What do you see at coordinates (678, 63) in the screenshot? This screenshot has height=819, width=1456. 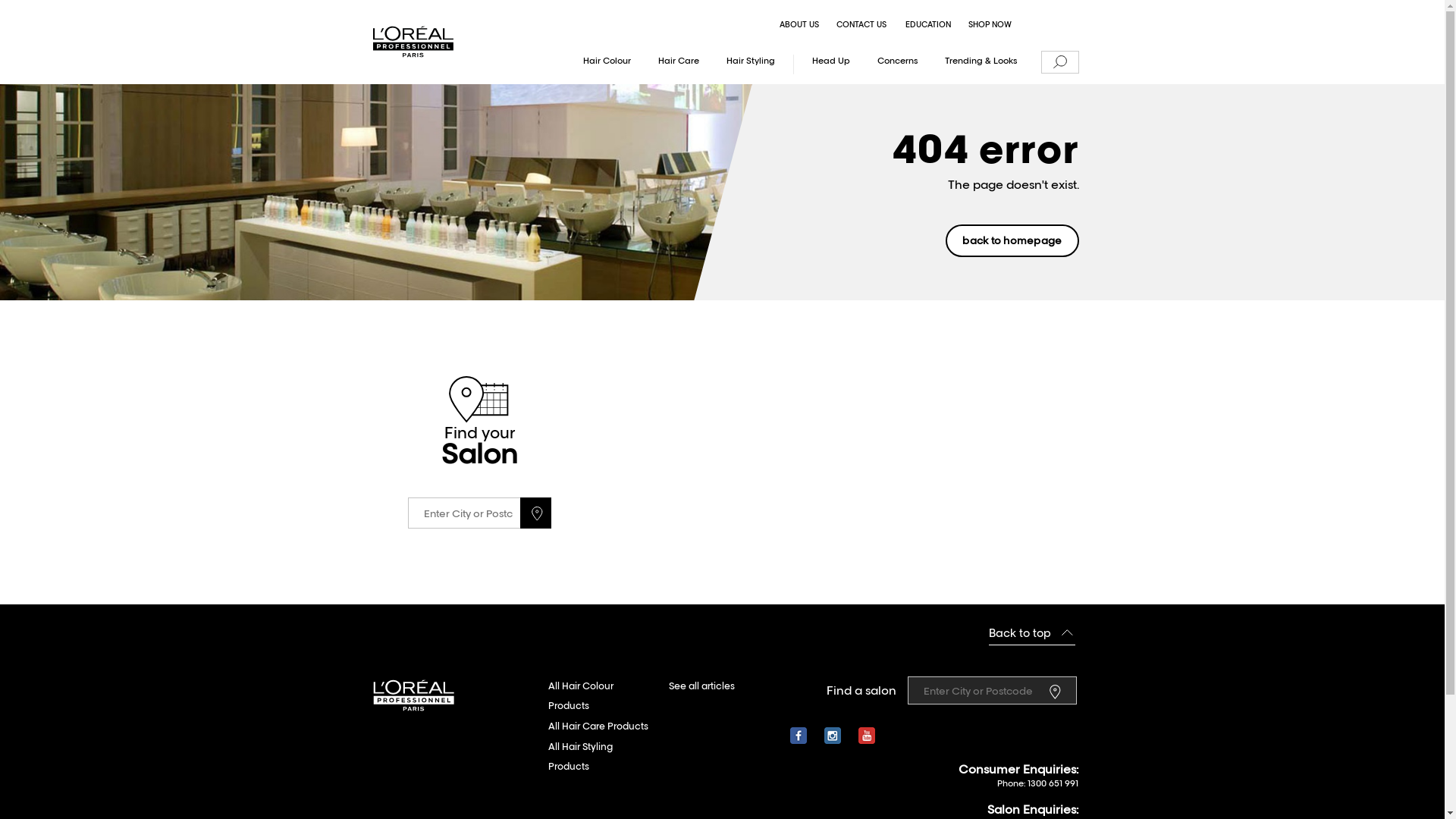 I see `'Hair Care'` at bounding box center [678, 63].